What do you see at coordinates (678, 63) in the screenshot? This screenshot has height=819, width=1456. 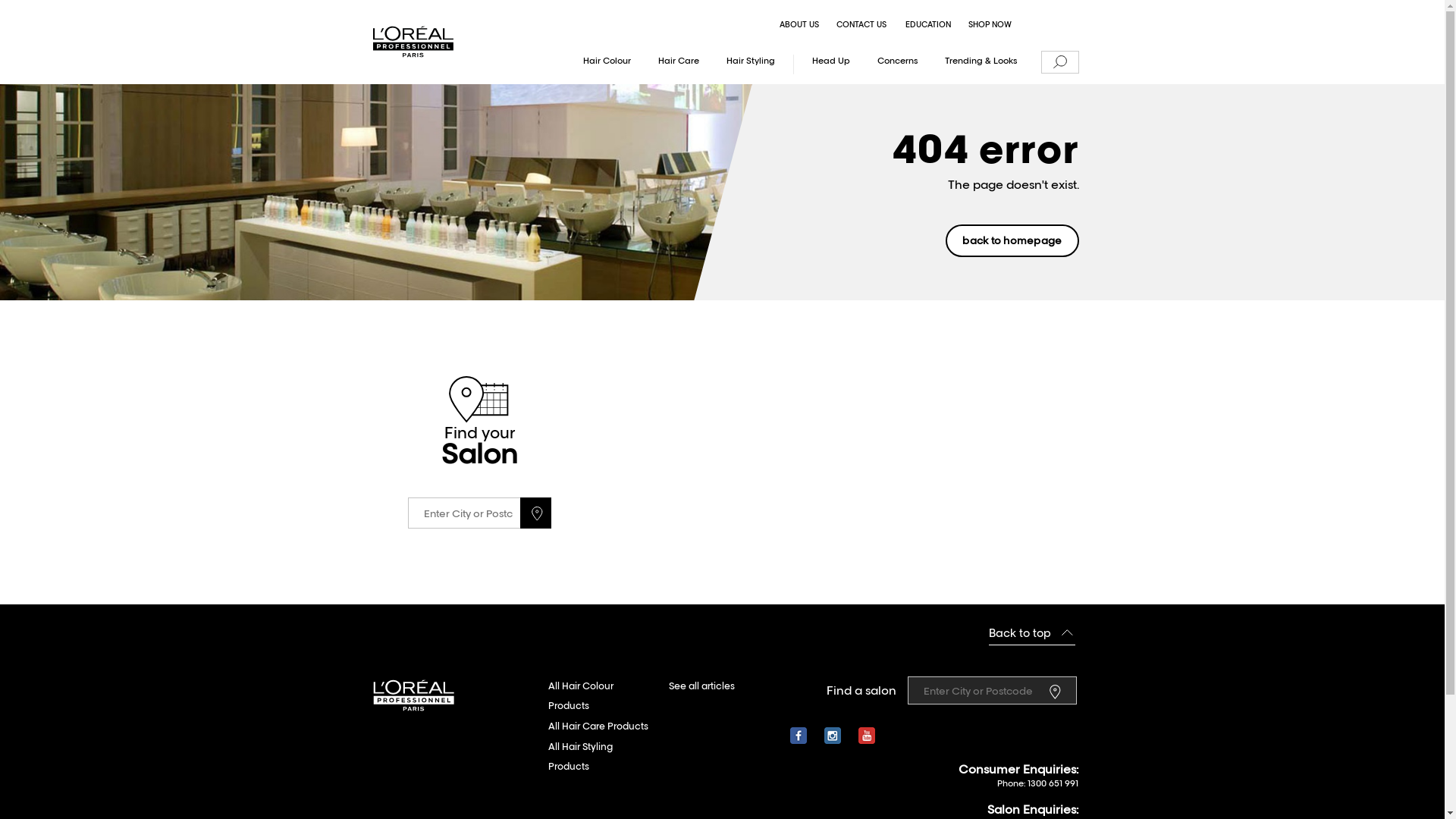 I see `'Hair Care'` at bounding box center [678, 63].